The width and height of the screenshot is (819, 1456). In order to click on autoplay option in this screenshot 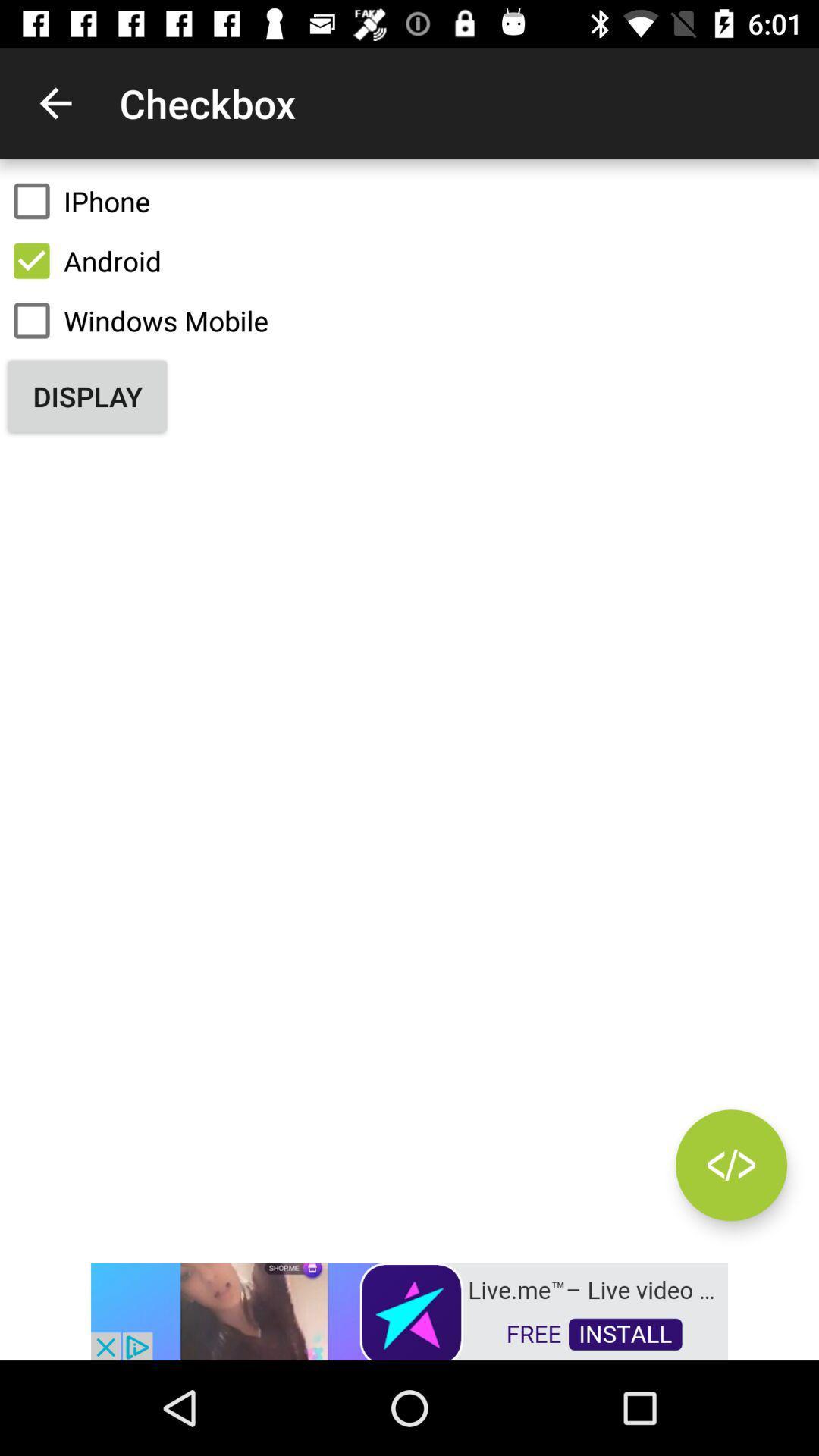, I will do `click(730, 1164)`.